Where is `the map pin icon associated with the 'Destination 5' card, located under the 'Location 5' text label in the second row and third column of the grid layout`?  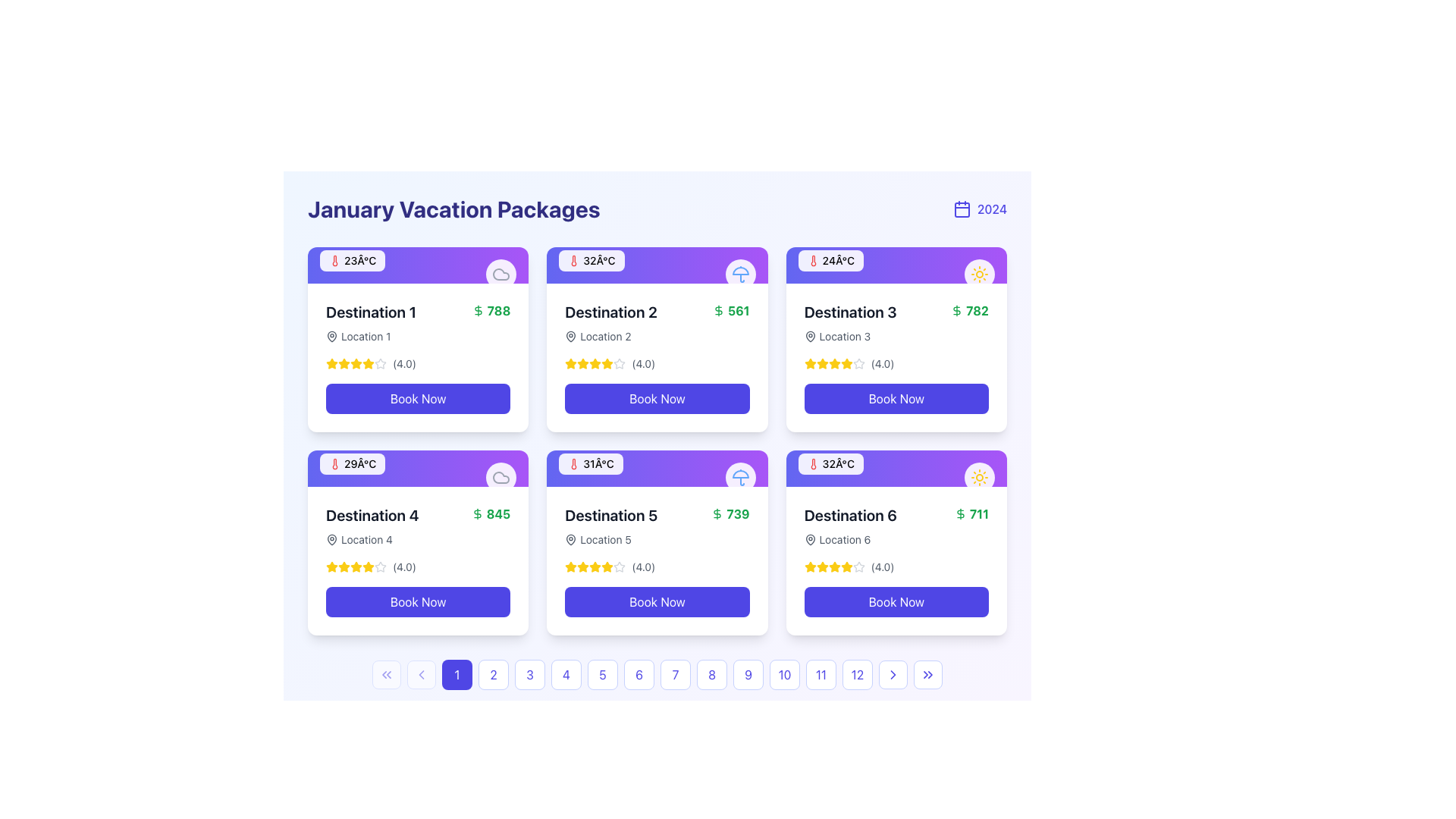 the map pin icon associated with the 'Destination 5' card, located under the 'Location 5' text label in the second row and third column of the grid layout is located at coordinates (570, 539).